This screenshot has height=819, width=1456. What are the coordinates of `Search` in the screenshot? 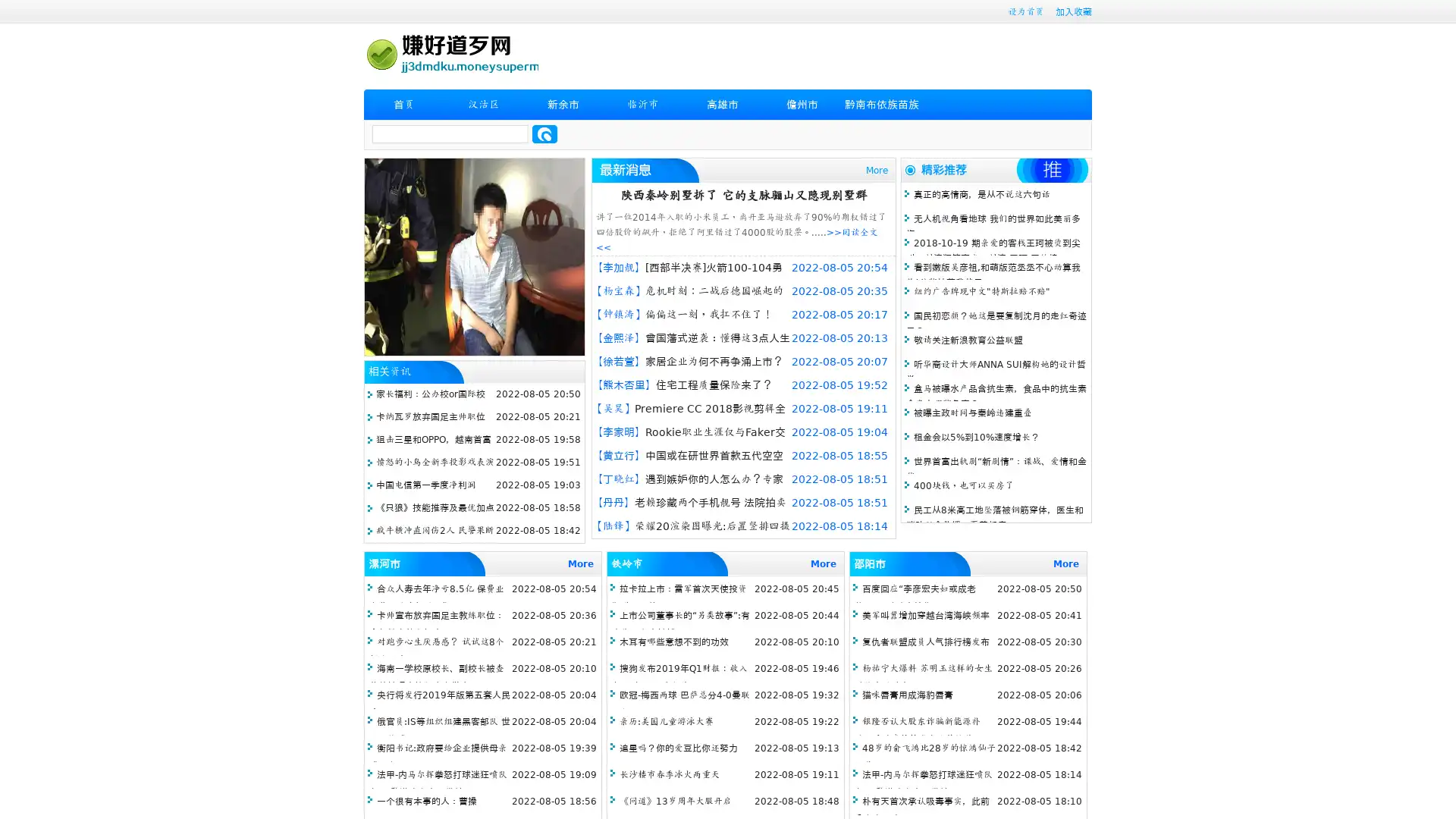 It's located at (544, 133).